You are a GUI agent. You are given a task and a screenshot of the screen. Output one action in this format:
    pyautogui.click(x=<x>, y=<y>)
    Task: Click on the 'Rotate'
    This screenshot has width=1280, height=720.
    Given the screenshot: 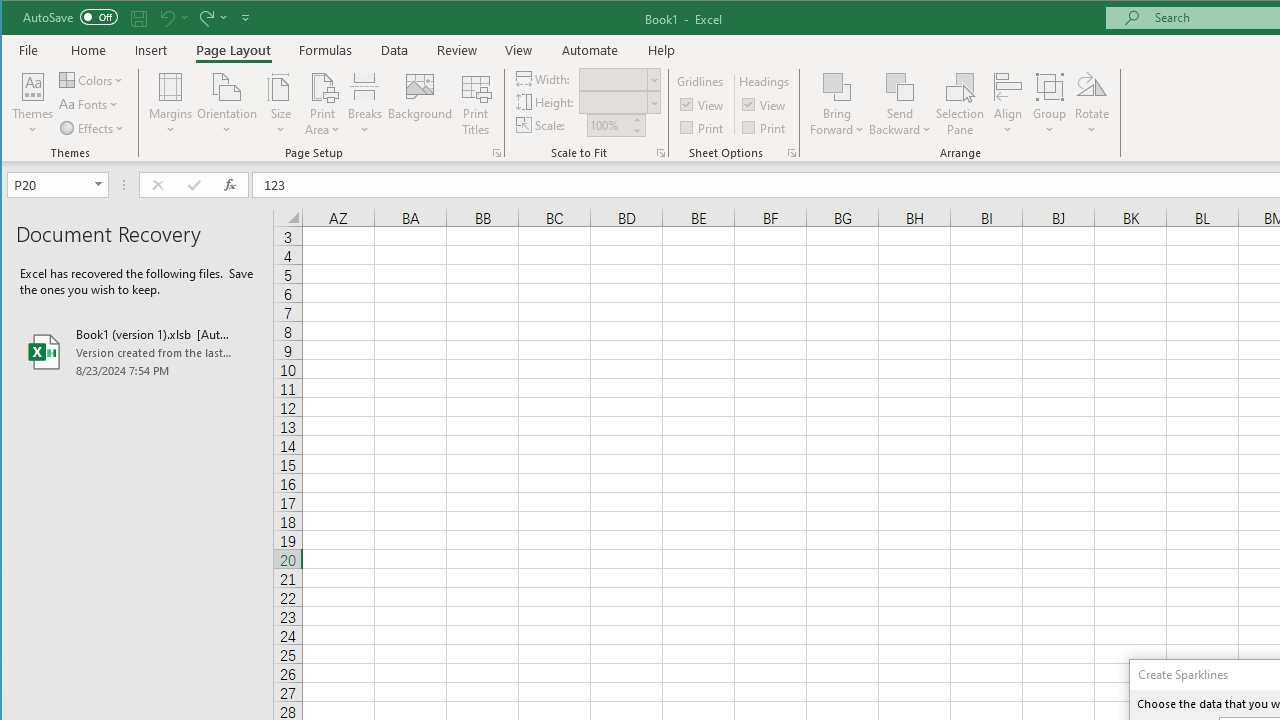 What is the action you would take?
    pyautogui.click(x=1091, y=104)
    